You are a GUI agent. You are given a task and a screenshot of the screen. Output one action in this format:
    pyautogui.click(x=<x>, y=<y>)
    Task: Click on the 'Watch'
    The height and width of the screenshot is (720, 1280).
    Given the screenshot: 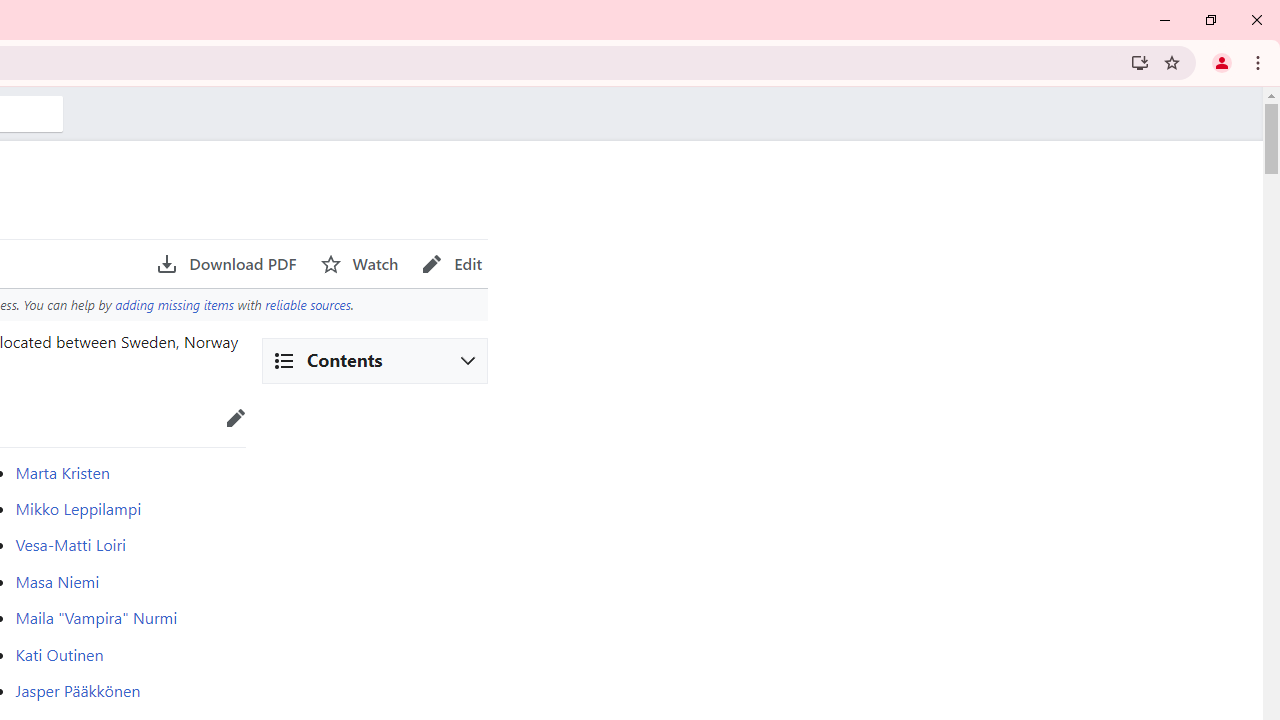 What is the action you would take?
    pyautogui.click(x=359, y=263)
    